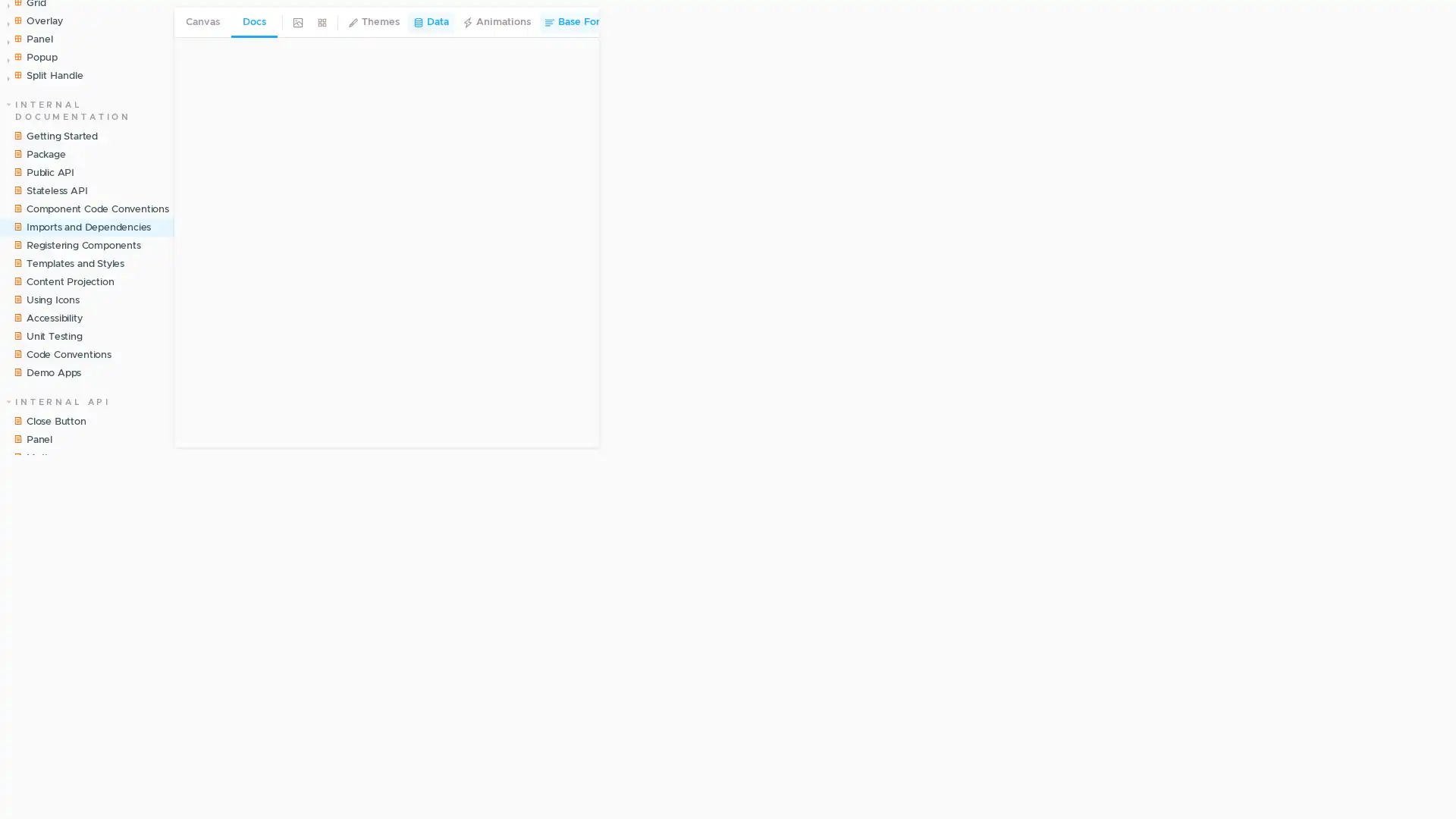 The image size is (1456, 819). I want to click on Base Font, so click(574, 23).